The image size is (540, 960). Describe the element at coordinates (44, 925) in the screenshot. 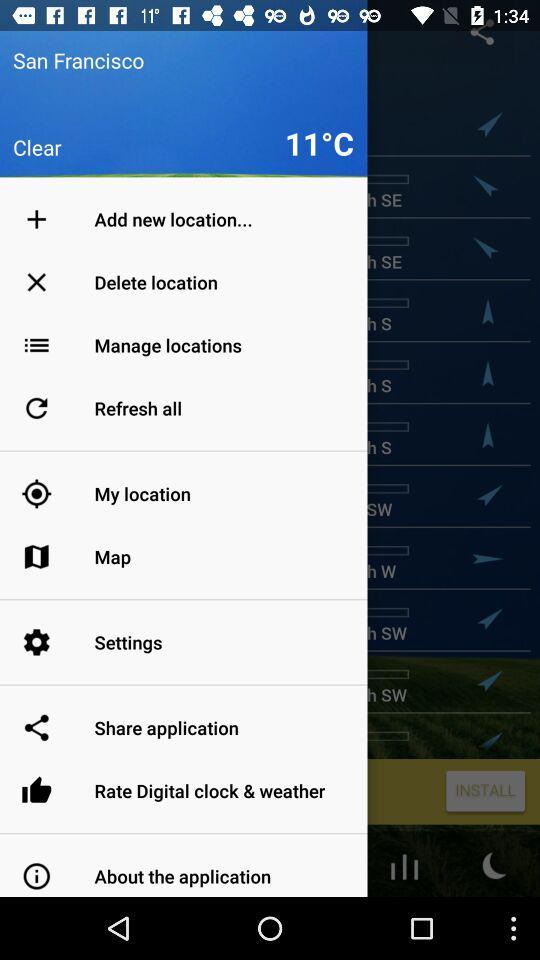

I see `the info icon` at that location.